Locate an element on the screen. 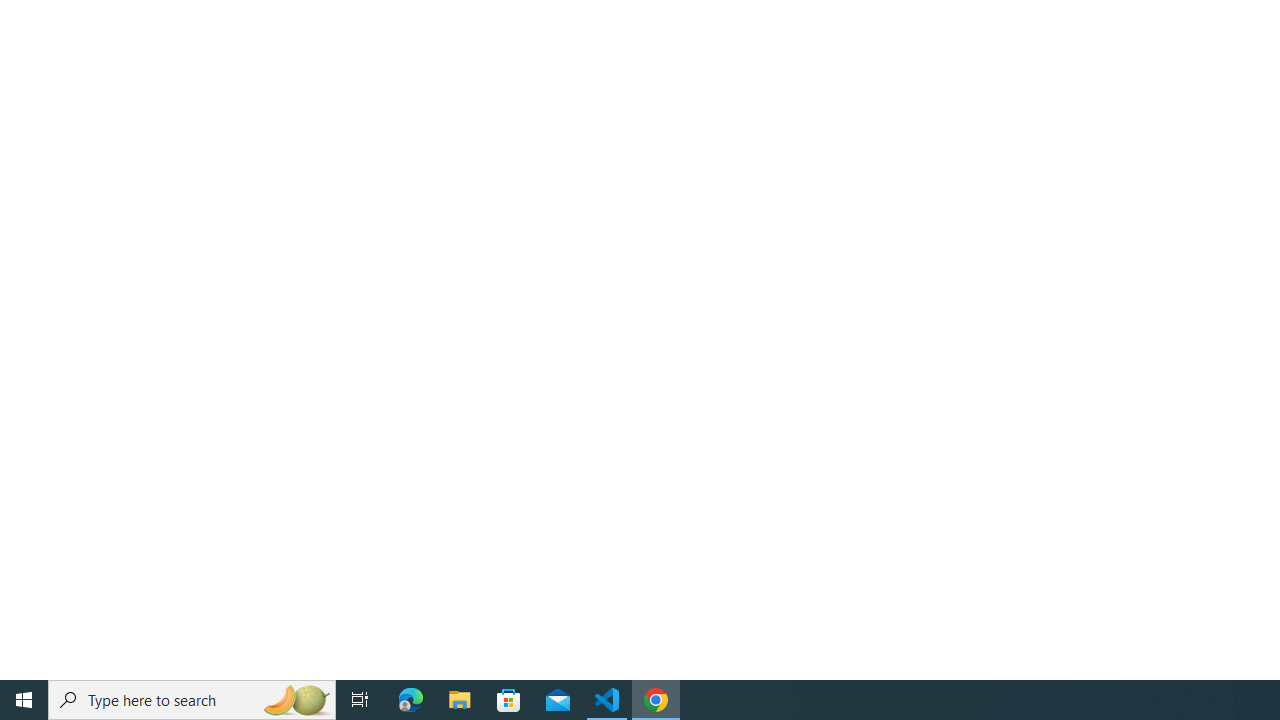 The image size is (1280, 720). 'Type here to search' is located at coordinates (192, 698).